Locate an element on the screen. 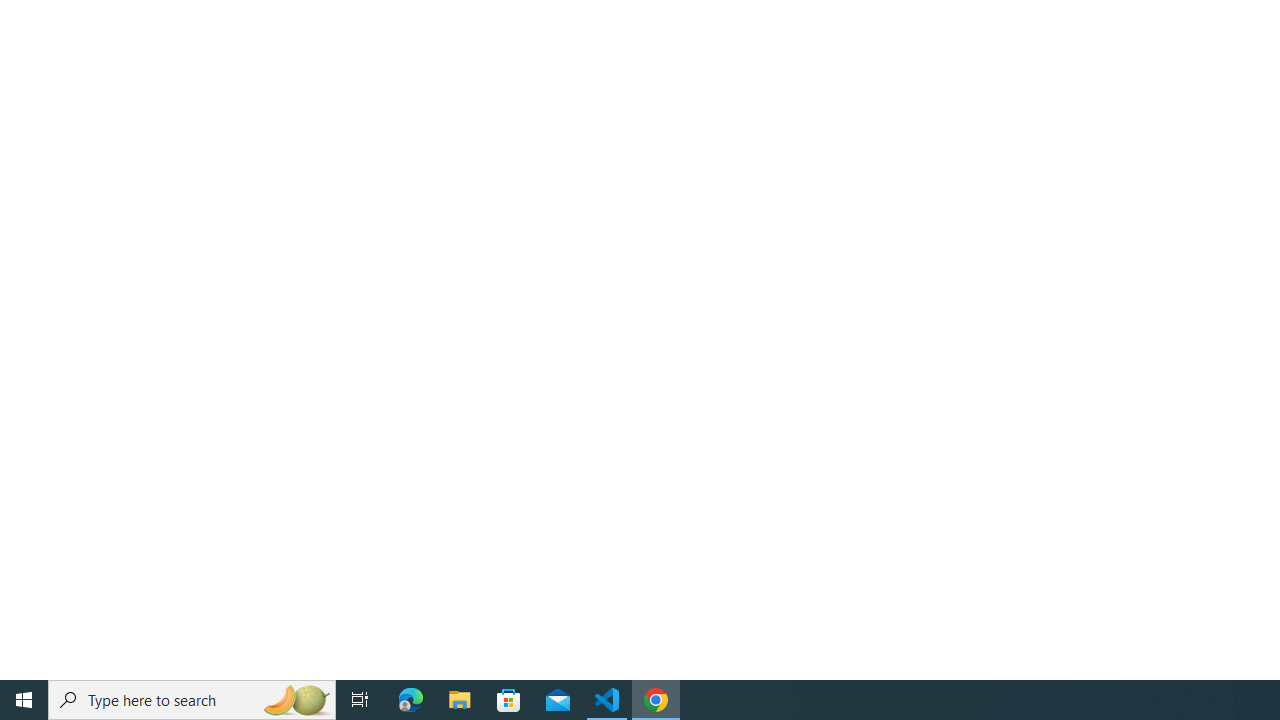 The image size is (1280, 720). 'Type here to search' is located at coordinates (192, 698).